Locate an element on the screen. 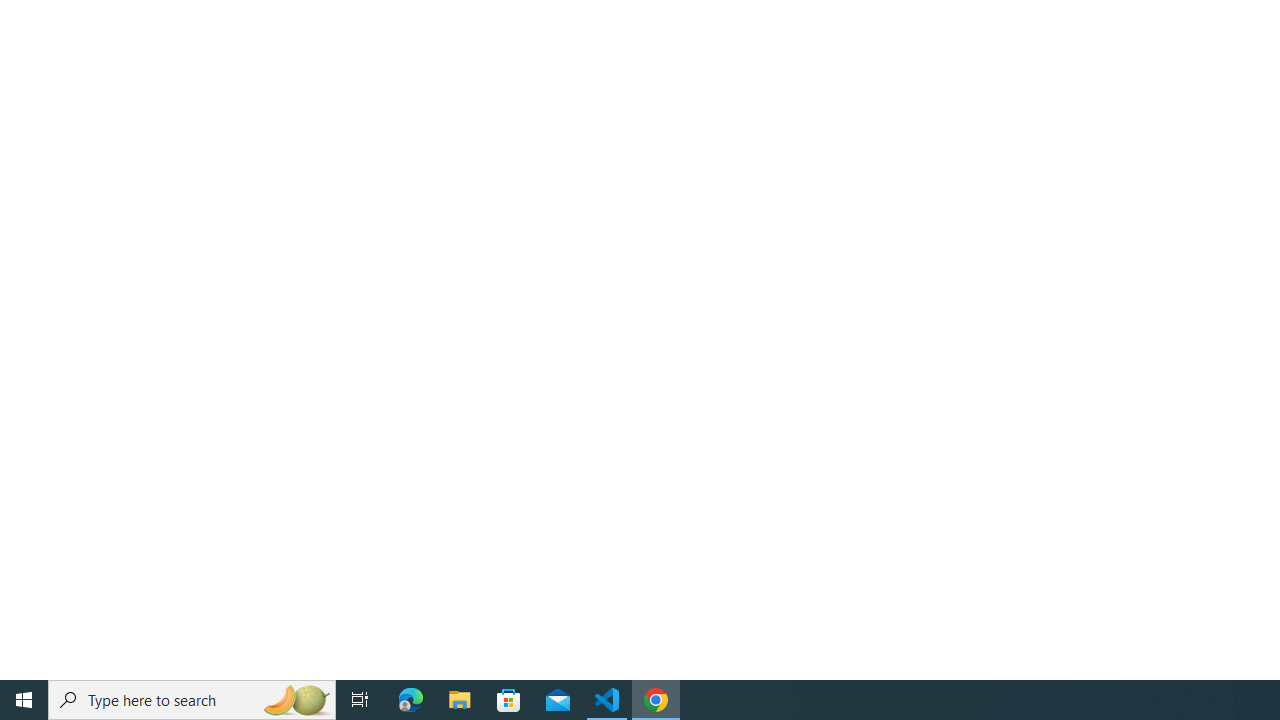 The image size is (1280, 720). 'Type here to search' is located at coordinates (192, 698).